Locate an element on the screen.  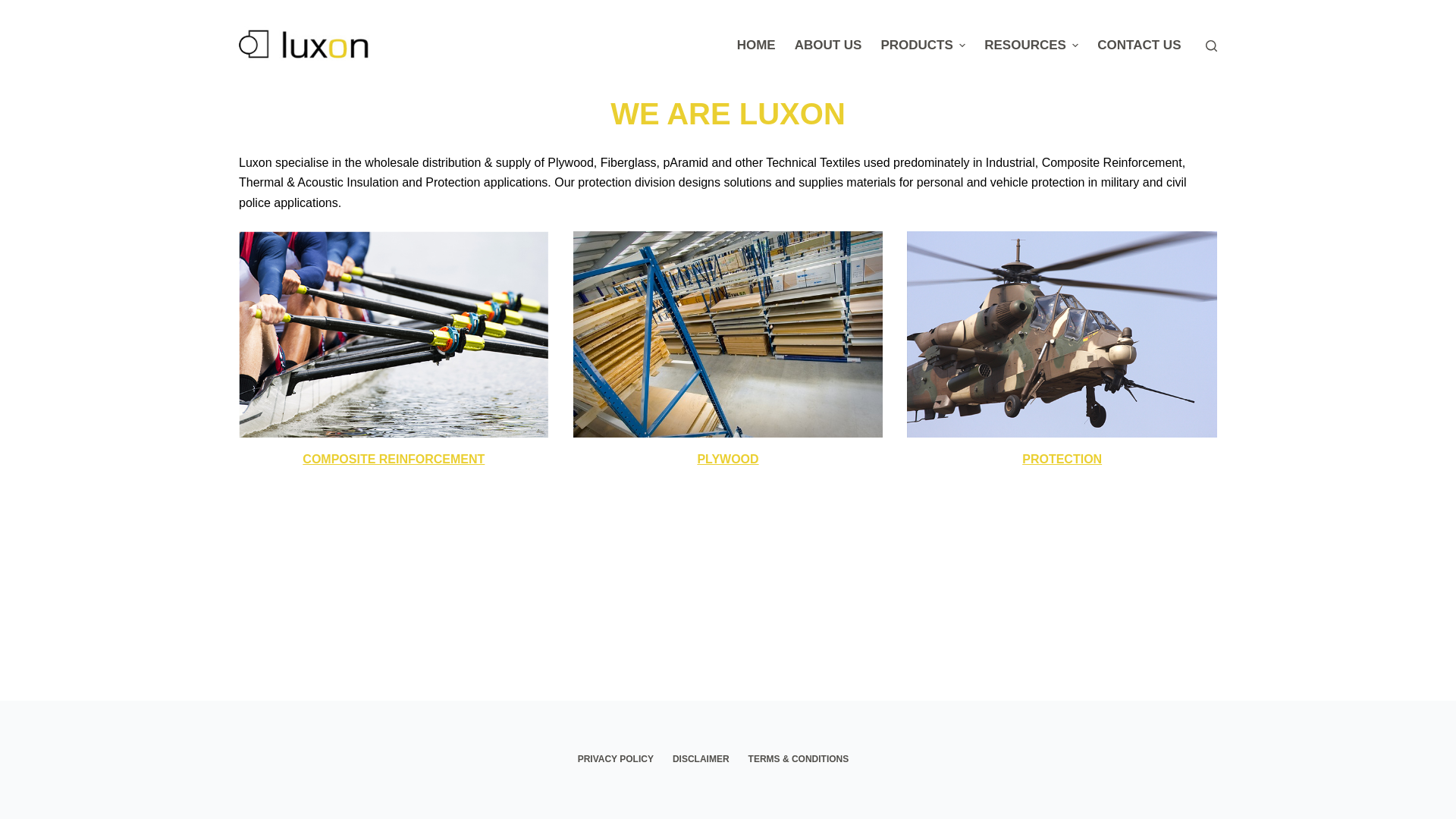
'ABOUT US' is located at coordinates (827, 45).